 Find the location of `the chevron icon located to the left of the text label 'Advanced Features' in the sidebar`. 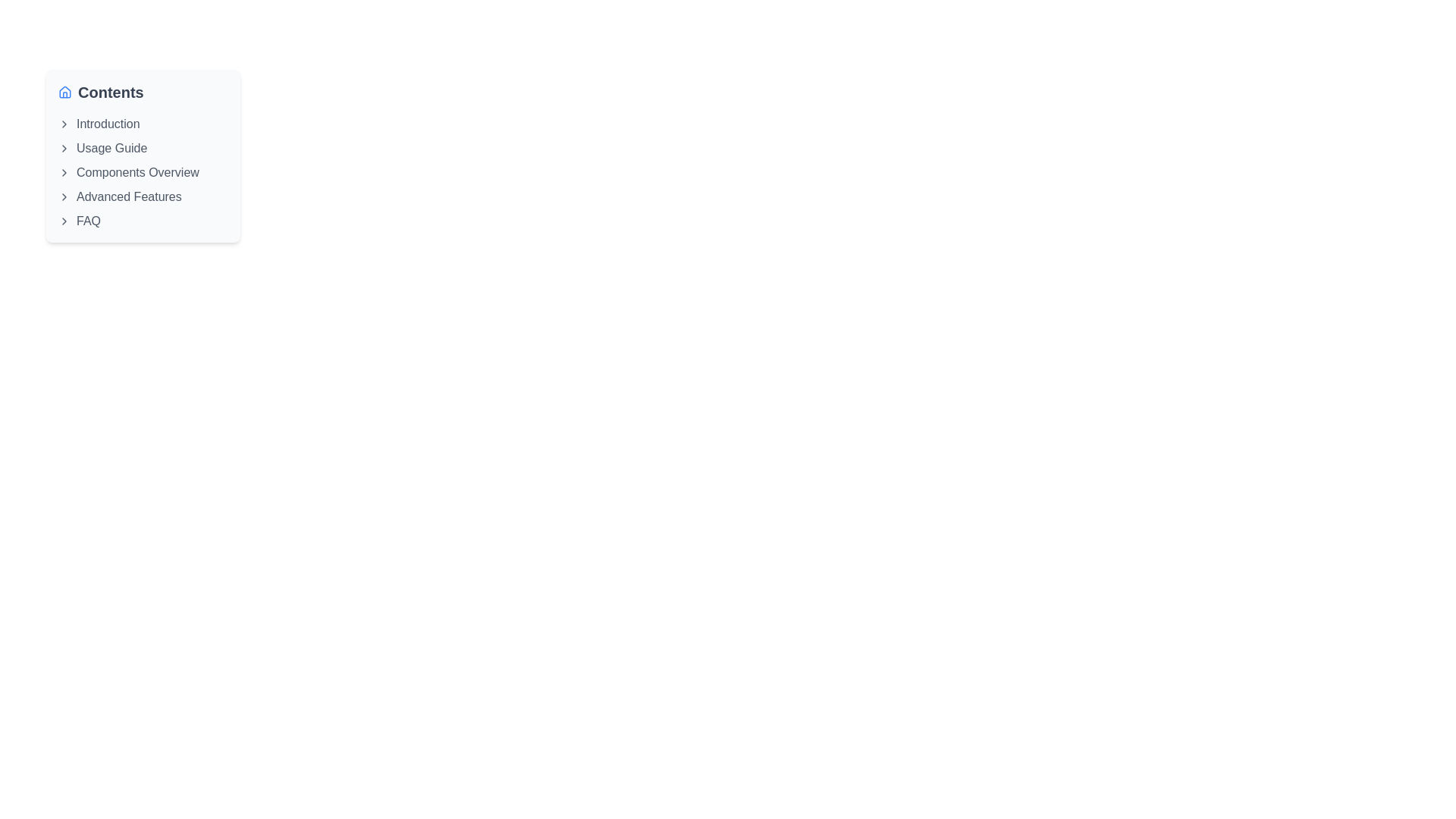

the chevron icon located to the left of the text label 'Advanced Features' in the sidebar is located at coordinates (64, 196).